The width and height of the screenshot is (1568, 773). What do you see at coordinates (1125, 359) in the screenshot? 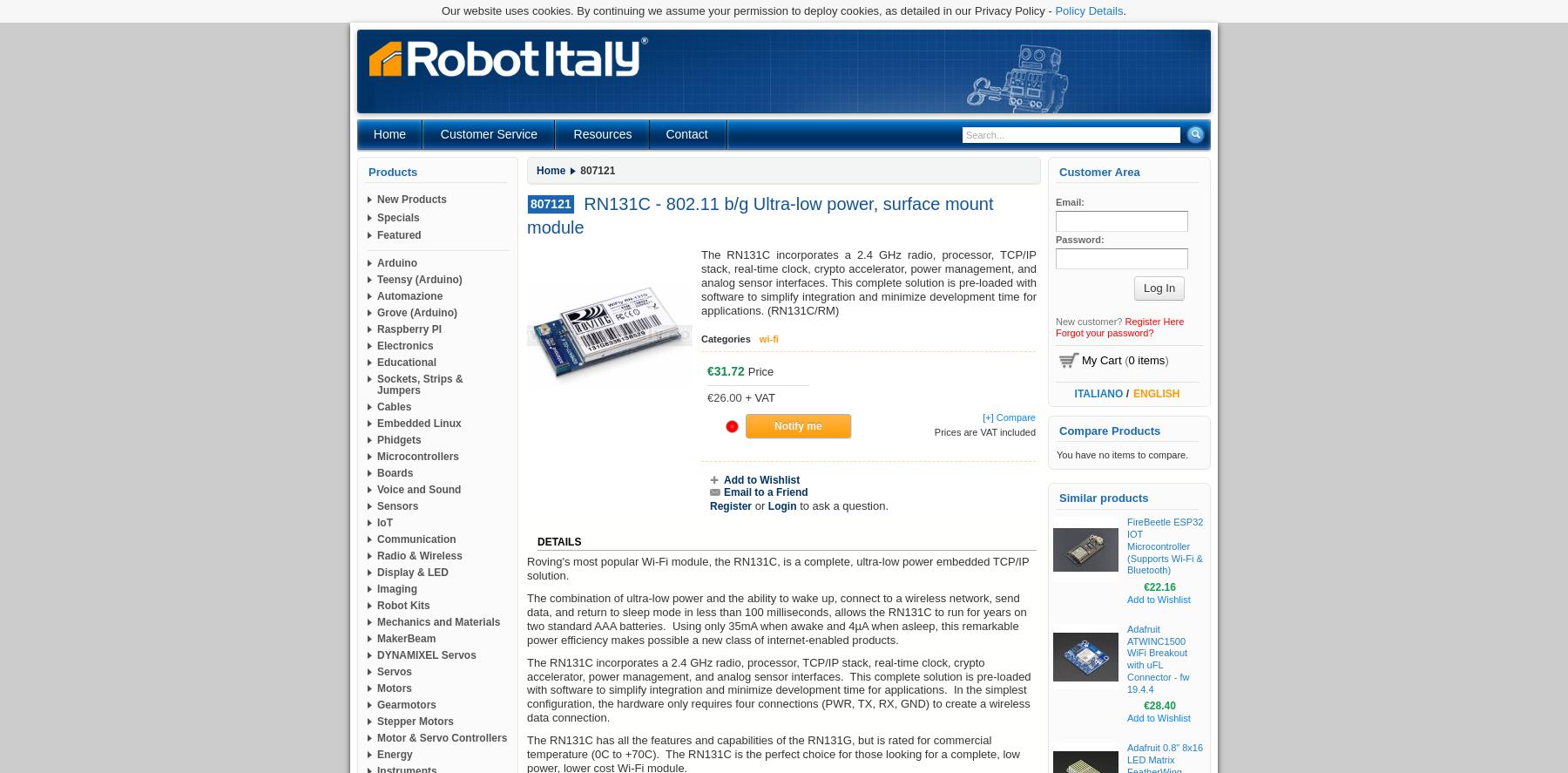
I see `'('` at bounding box center [1125, 359].